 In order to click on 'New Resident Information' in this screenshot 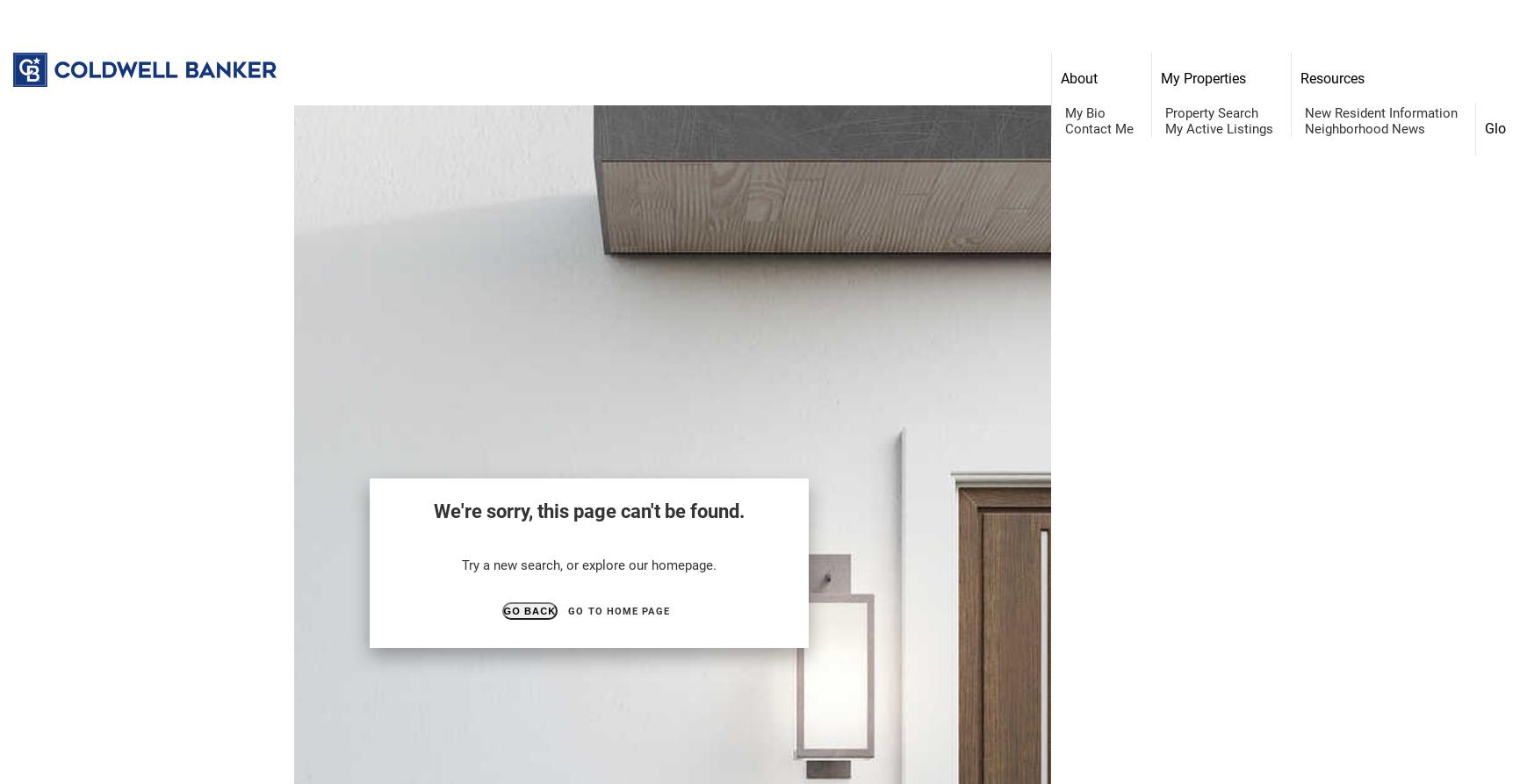, I will do `click(1379, 113)`.